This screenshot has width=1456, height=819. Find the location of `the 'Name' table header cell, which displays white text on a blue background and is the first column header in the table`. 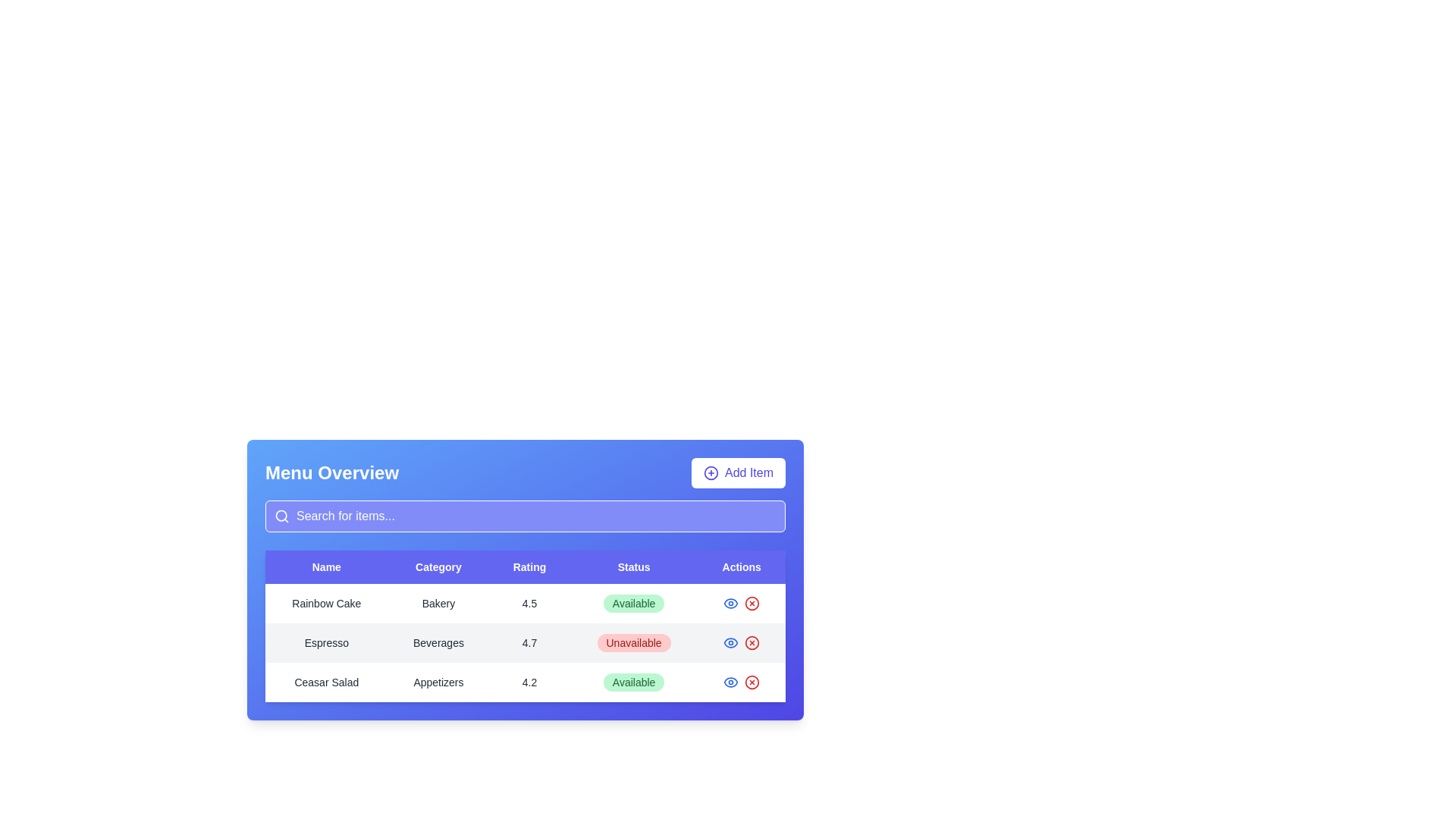

the 'Name' table header cell, which displays white text on a blue background and is the first column header in the table is located at coordinates (325, 567).